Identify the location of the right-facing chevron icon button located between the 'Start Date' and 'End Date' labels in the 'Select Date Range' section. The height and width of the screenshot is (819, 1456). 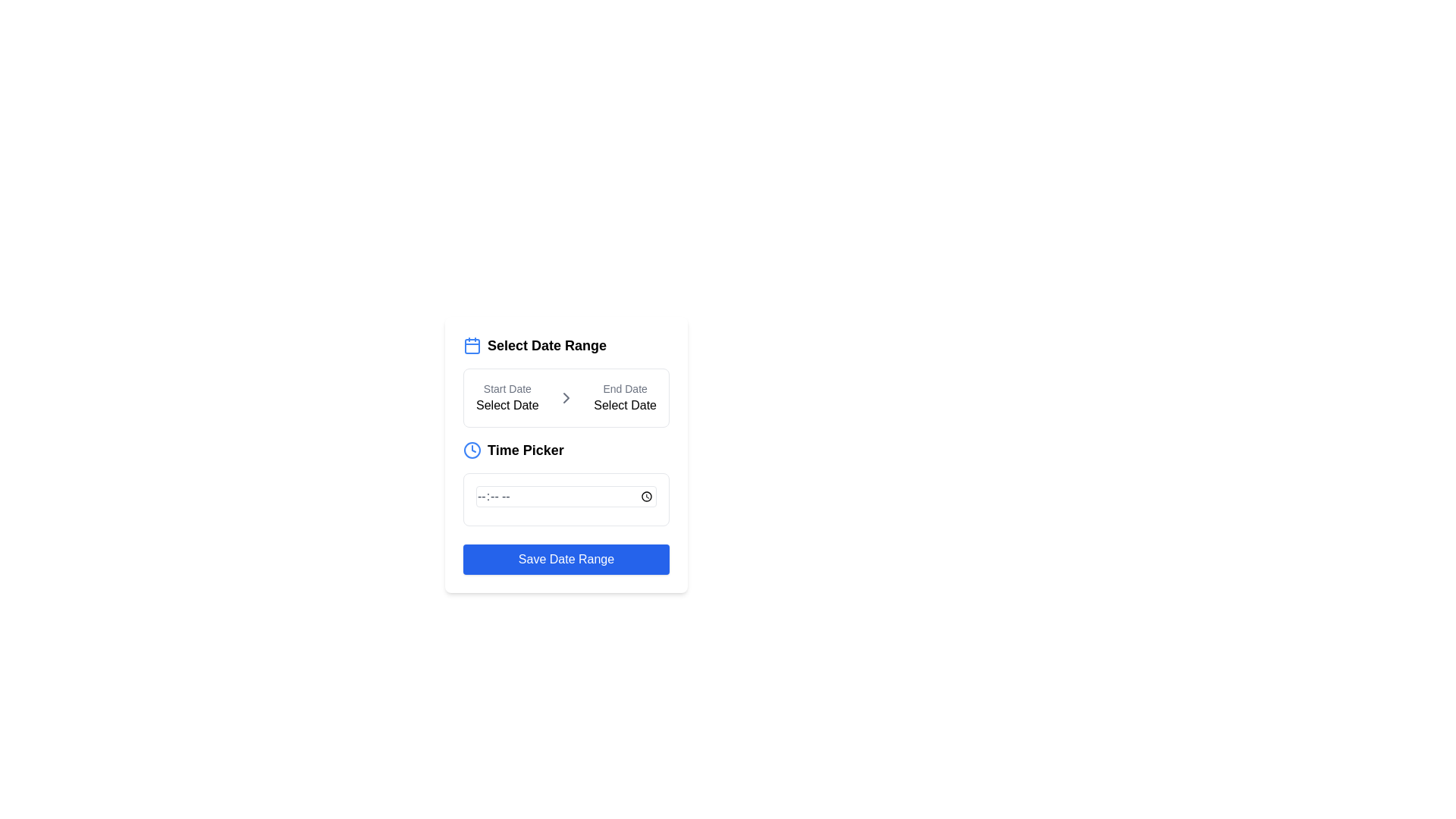
(566, 397).